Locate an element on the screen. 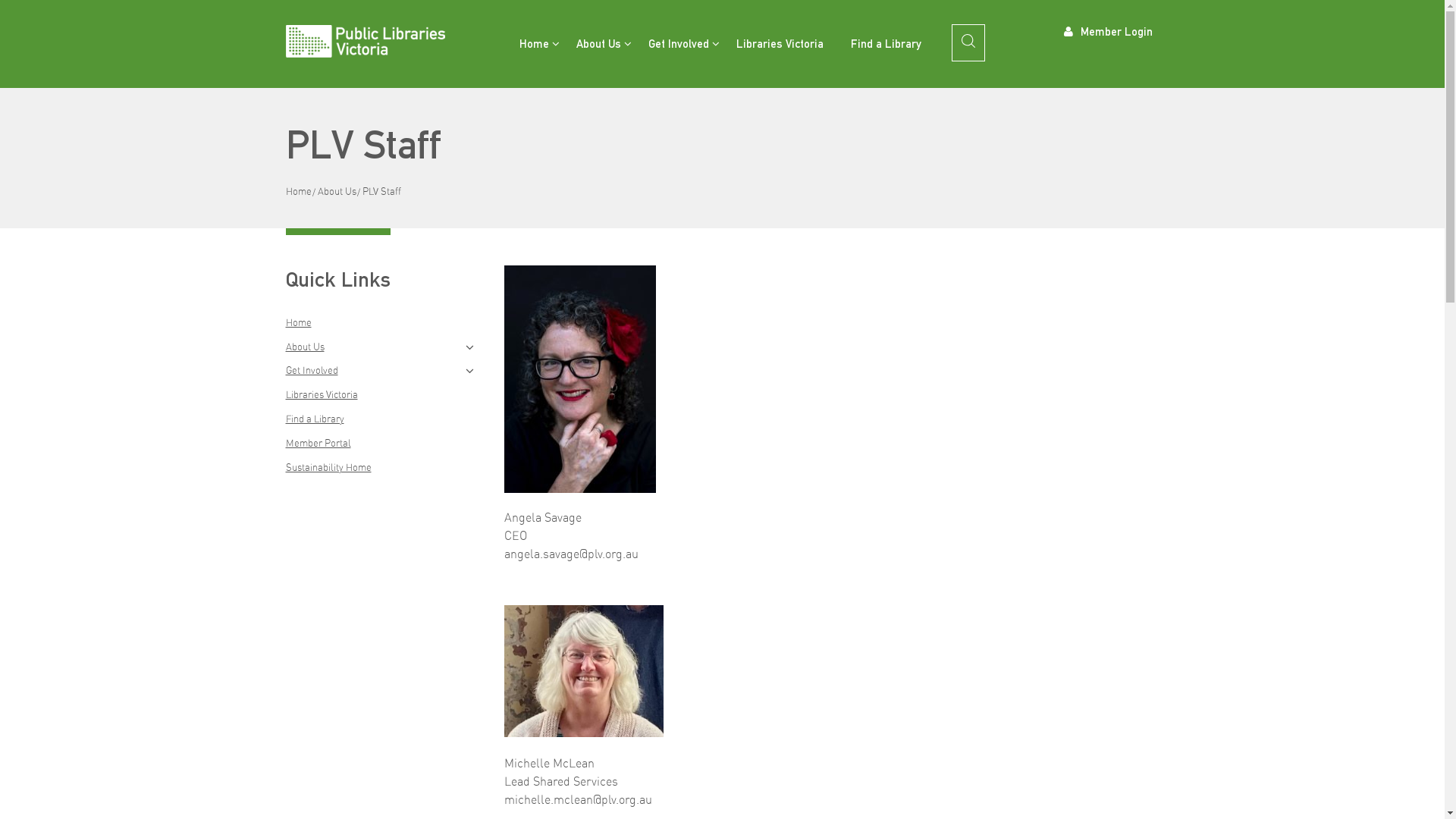 The image size is (1456, 819). 'Home' is located at coordinates (533, 42).